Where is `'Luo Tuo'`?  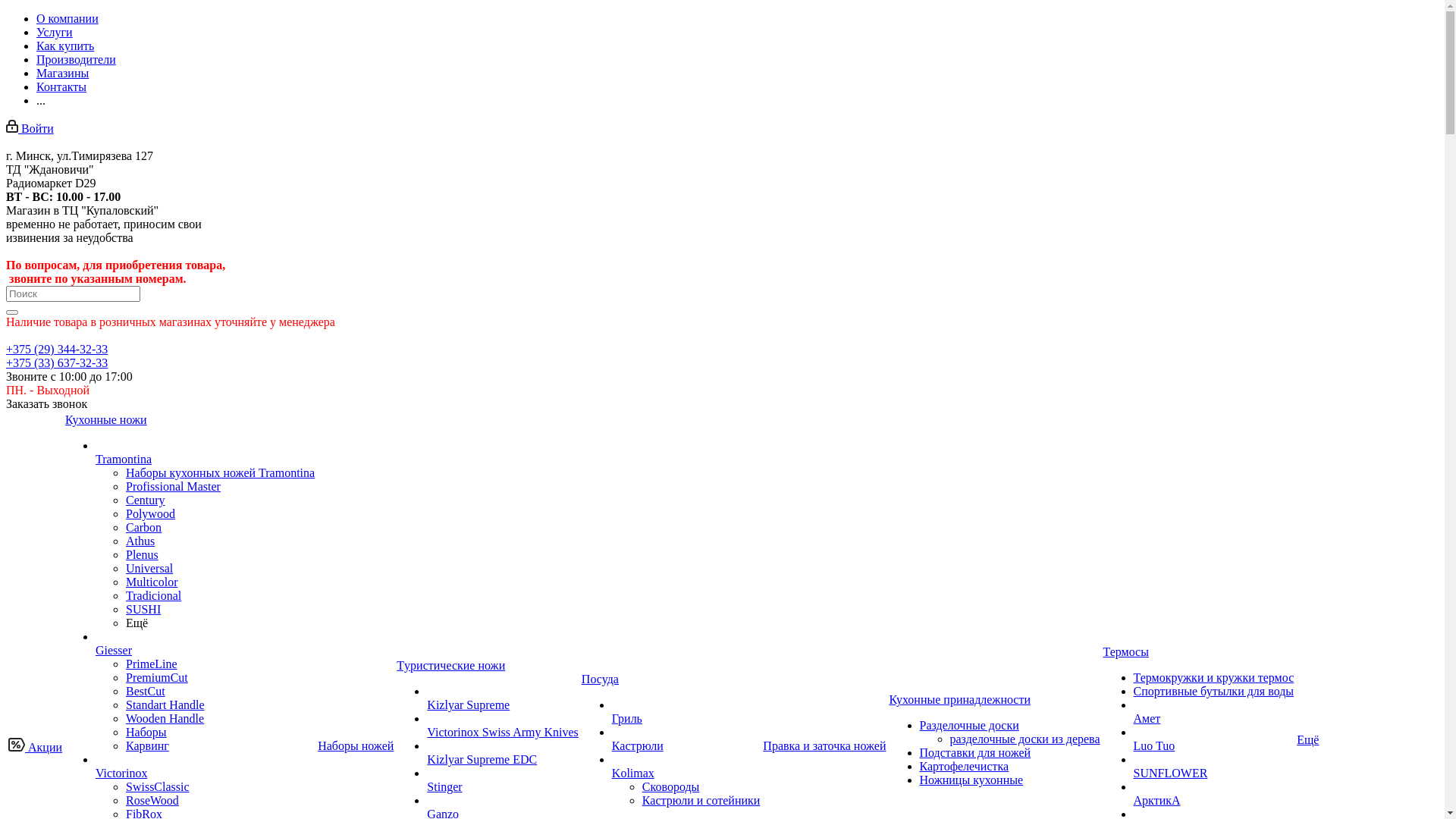 'Luo Tuo' is located at coordinates (1153, 745).